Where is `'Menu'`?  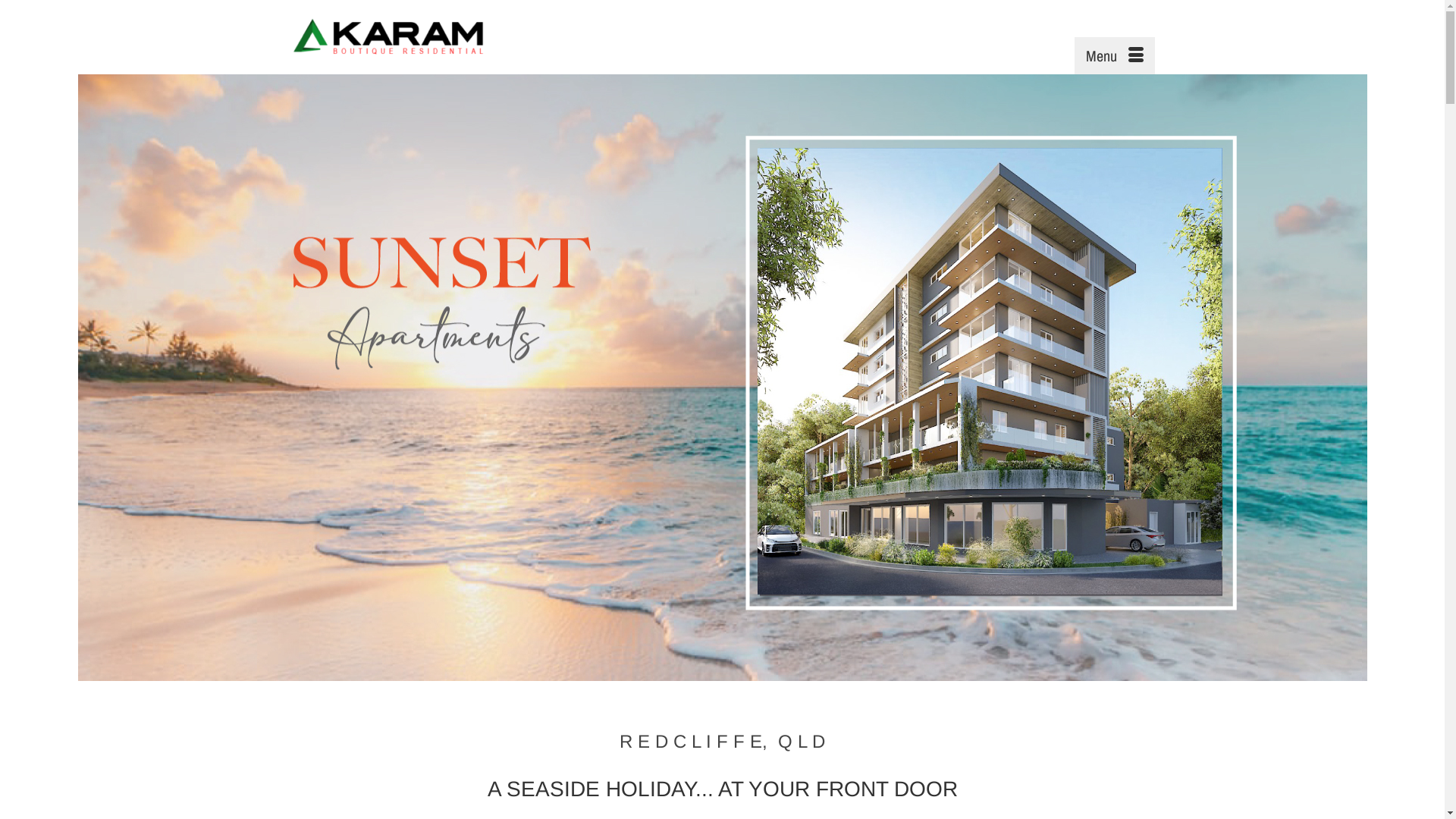 'Menu' is located at coordinates (1073, 55).